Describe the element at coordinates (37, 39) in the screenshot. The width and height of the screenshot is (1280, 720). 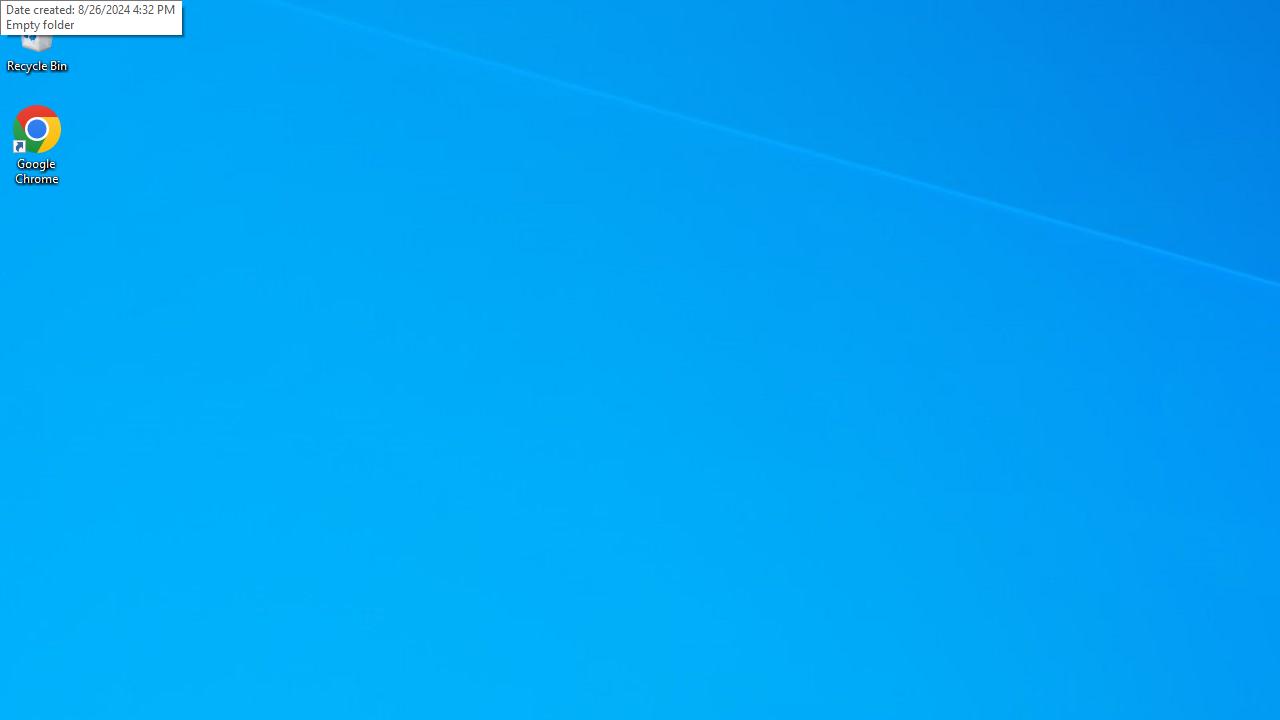
I see `'Recycle Bin'` at that location.